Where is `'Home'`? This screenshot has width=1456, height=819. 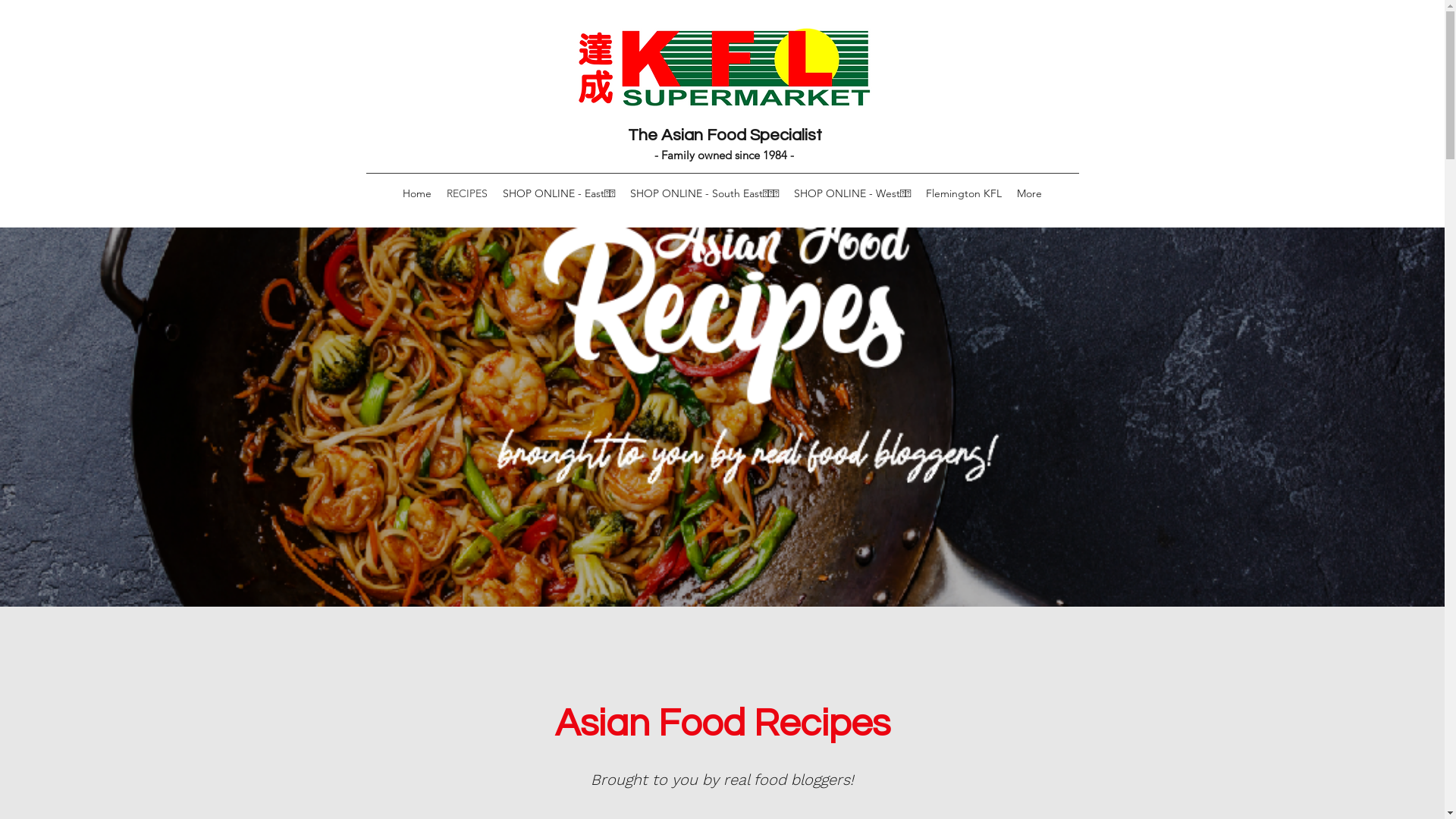 'Home' is located at coordinates (417, 192).